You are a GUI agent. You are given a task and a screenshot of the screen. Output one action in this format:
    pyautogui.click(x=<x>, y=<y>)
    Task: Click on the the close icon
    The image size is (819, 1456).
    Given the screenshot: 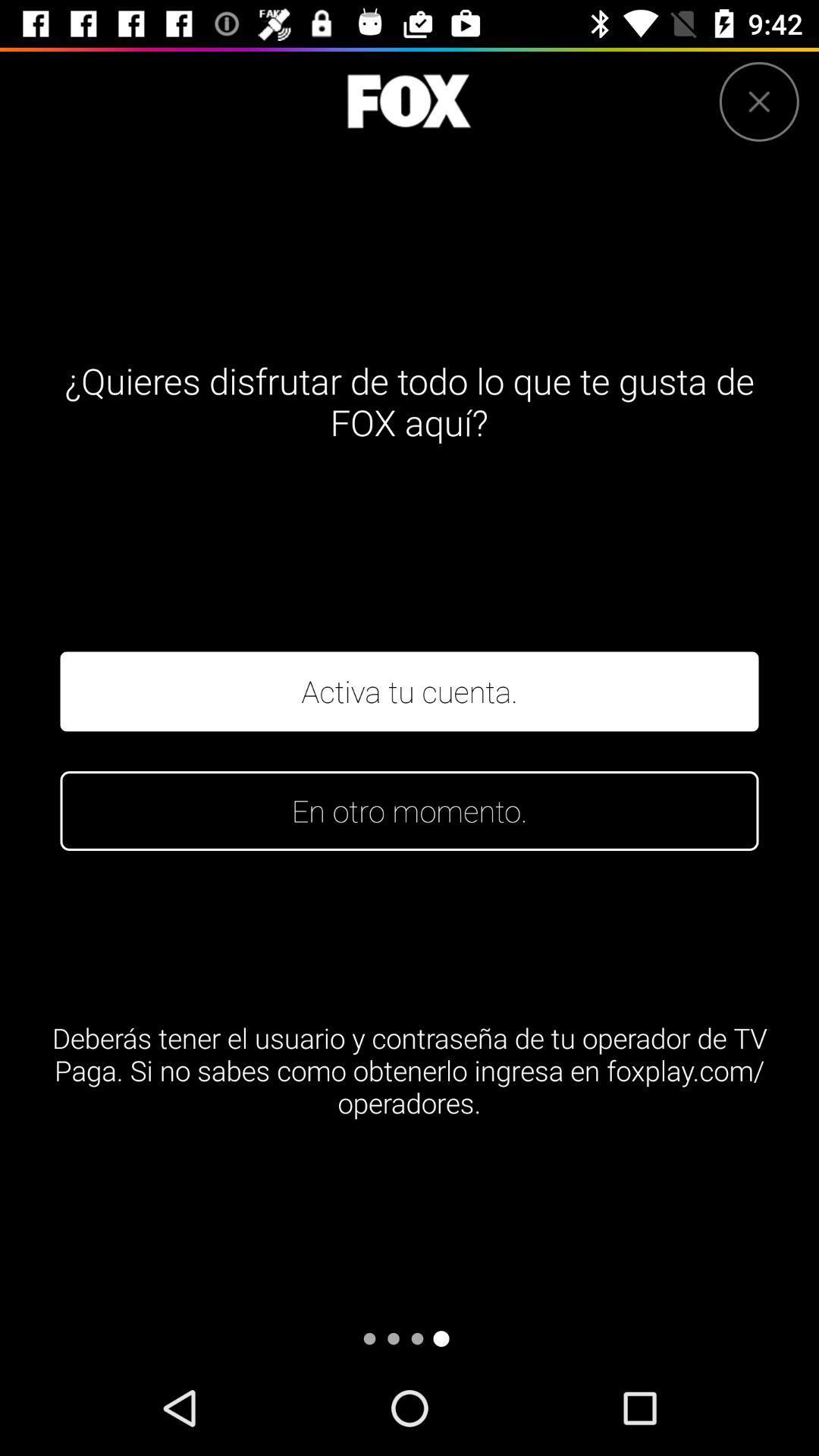 What is the action you would take?
    pyautogui.click(x=759, y=101)
    